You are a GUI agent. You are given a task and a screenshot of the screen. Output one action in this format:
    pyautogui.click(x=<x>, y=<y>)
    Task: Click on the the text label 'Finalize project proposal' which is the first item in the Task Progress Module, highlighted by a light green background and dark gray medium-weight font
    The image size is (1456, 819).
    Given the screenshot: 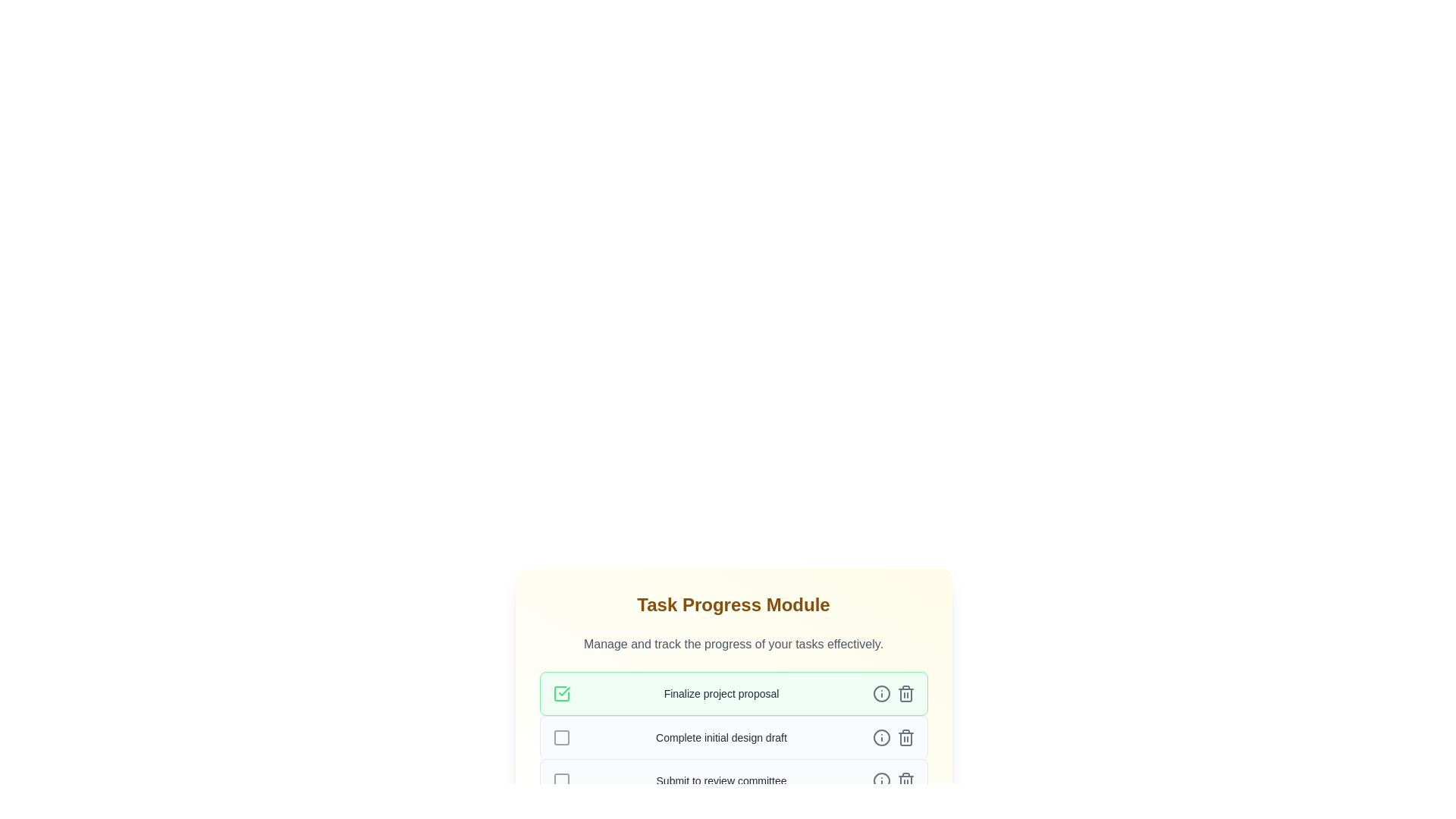 What is the action you would take?
    pyautogui.click(x=720, y=693)
    